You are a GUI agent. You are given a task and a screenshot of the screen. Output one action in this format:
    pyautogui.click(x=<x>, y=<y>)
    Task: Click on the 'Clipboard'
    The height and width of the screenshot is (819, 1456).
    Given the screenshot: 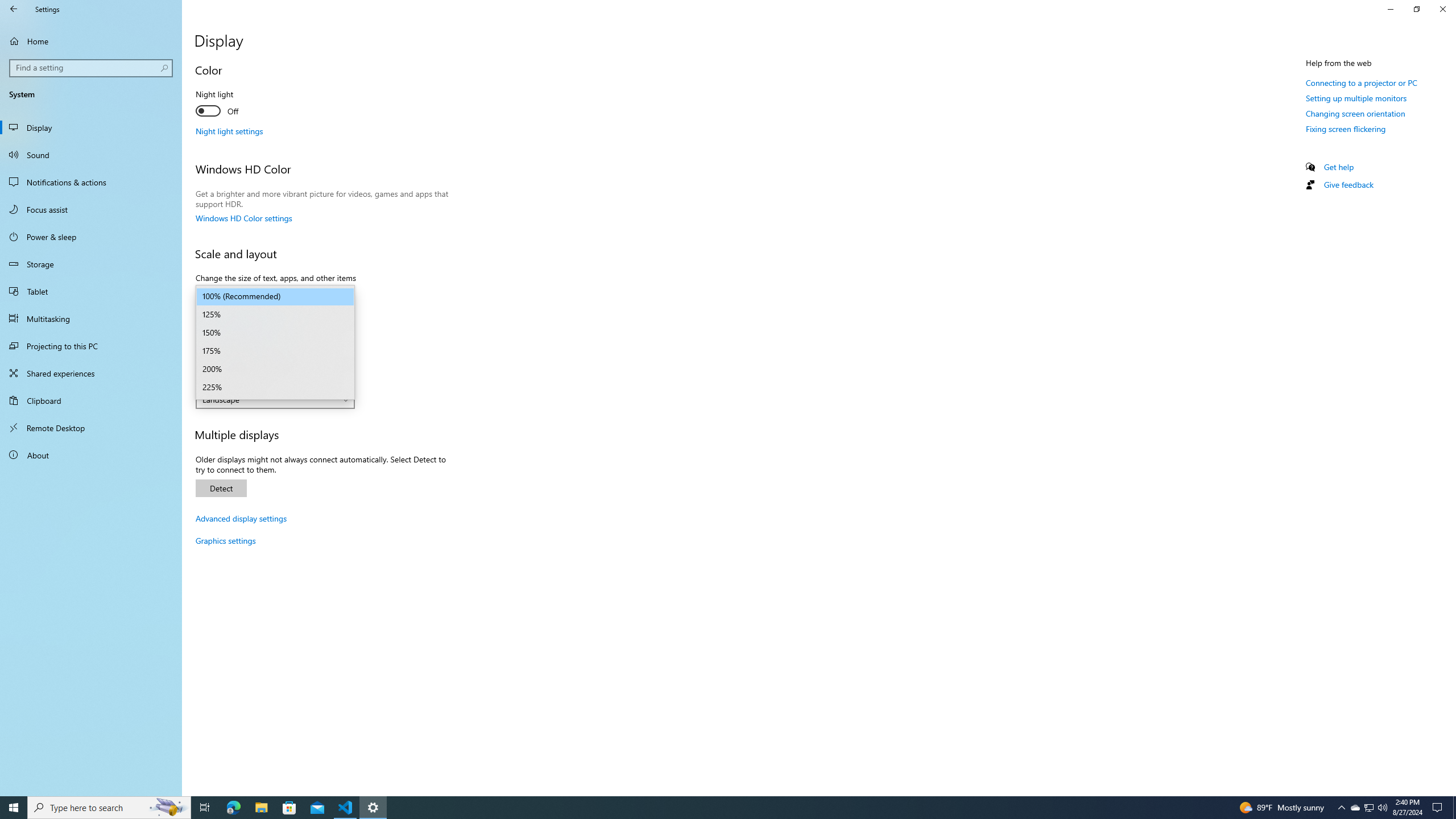 What is the action you would take?
    pyautogui.click(x=90, y=400)
    